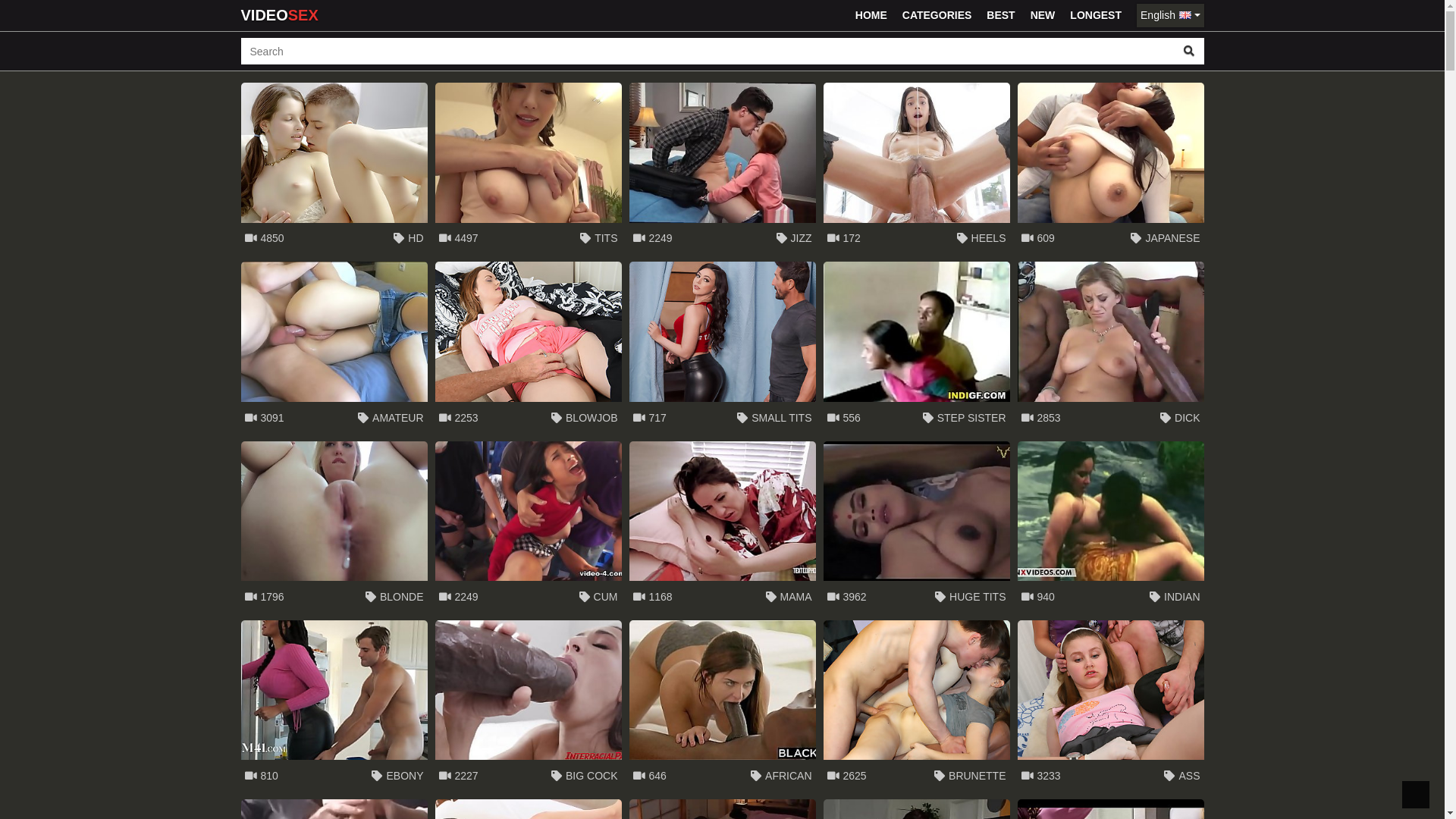 This screenshot has height=819, width=1456. I want to click on '4850, so click(334, 168).